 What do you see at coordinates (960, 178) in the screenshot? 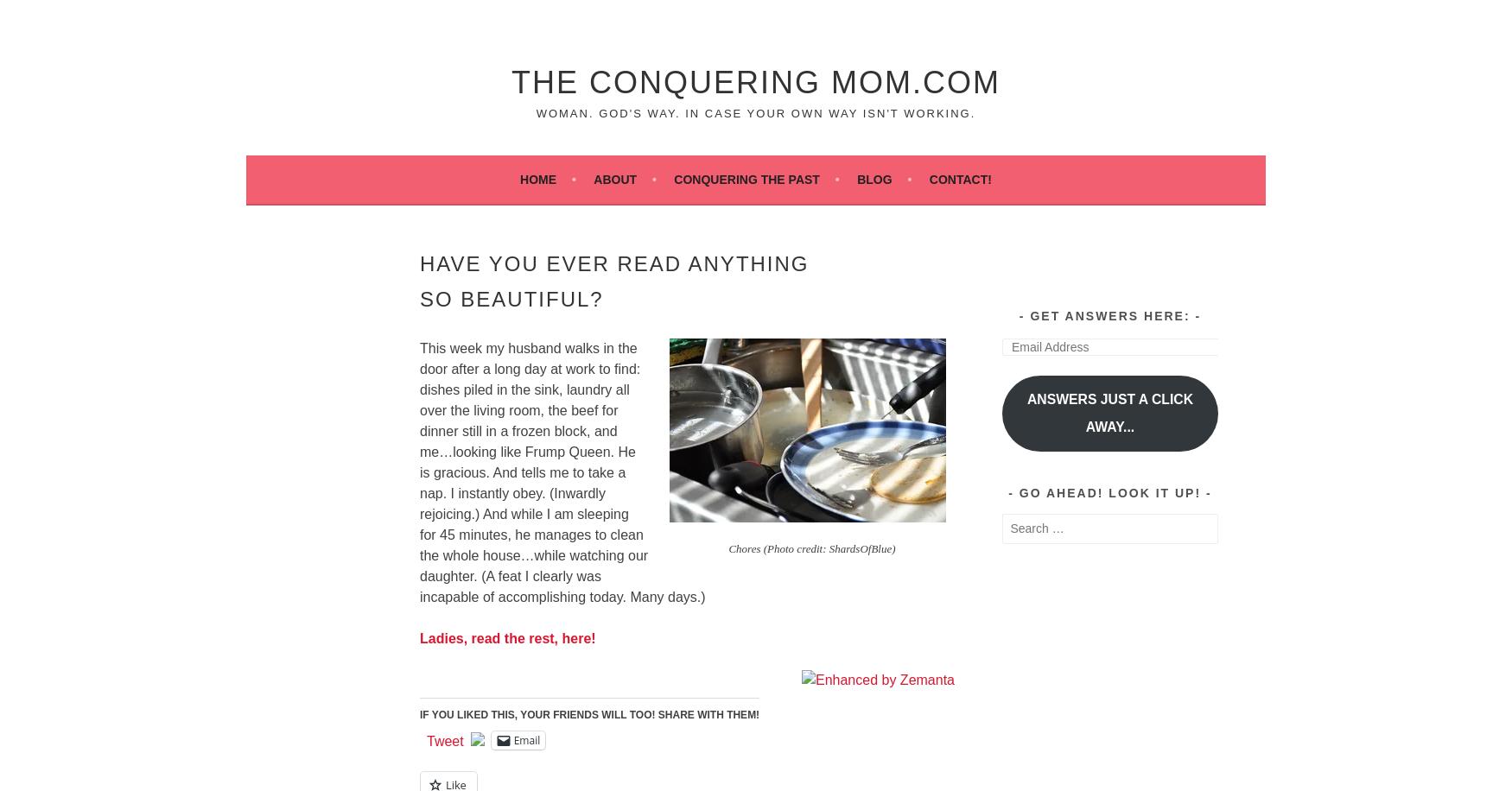
I see `'Contact!'` at bounding box center [960, 178].